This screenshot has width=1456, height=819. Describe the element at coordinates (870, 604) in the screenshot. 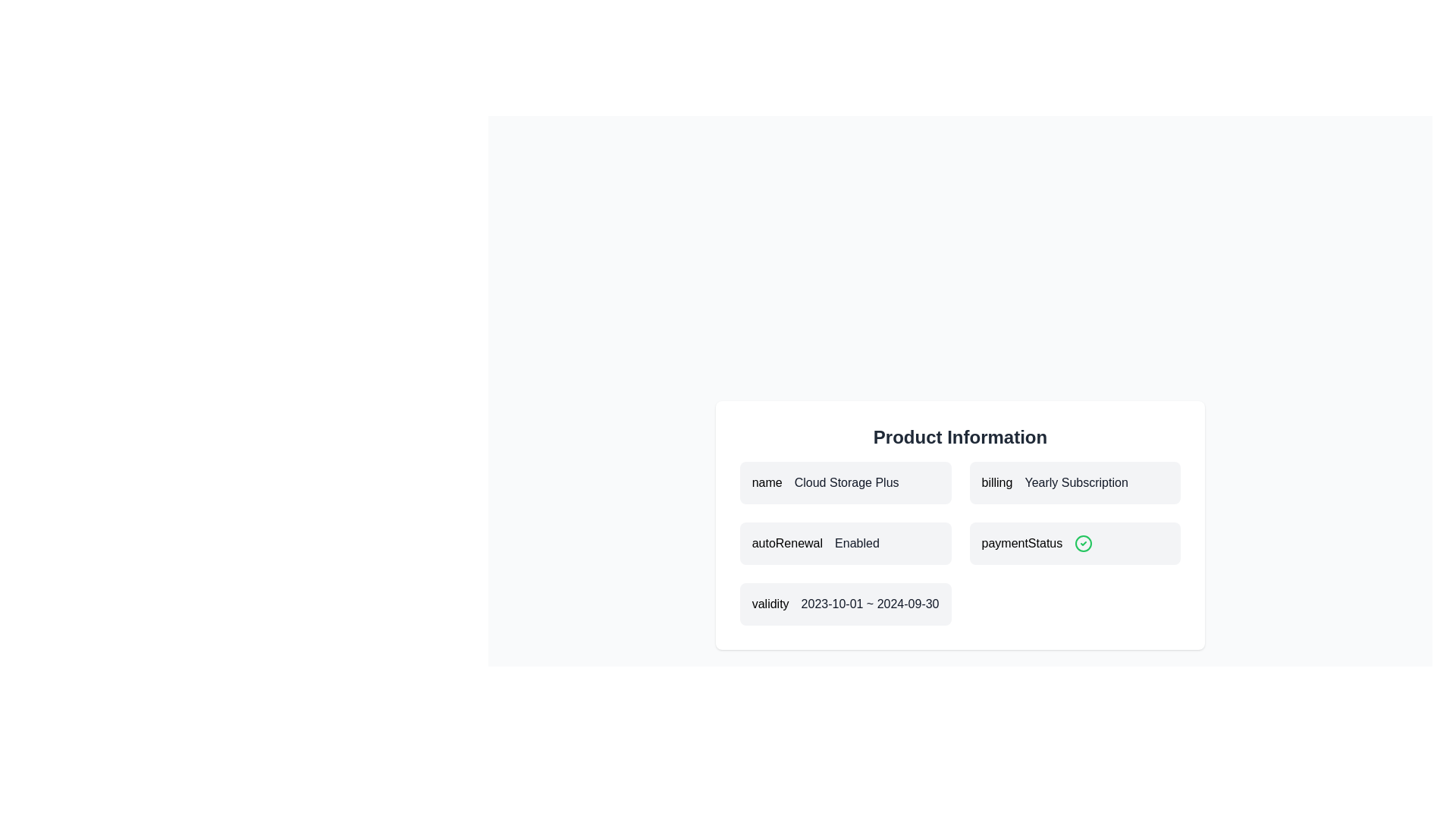

I see `the static text displaying the date range of validity, located to the right of the 'validity' label in the 'Product Information' section` at that location.